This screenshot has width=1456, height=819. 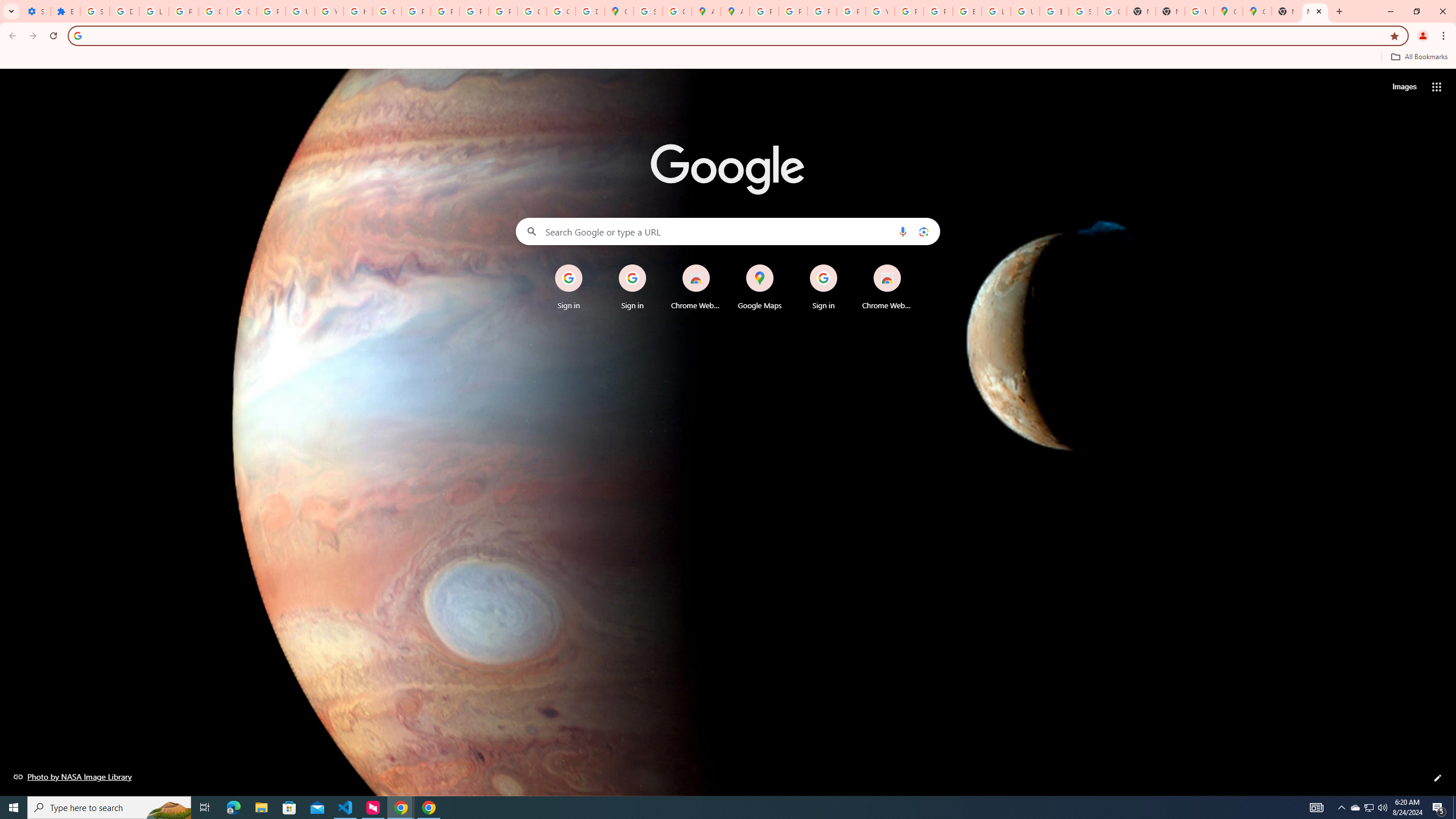 I want to click on 'Customize this page', so click(x=1437, y=777).